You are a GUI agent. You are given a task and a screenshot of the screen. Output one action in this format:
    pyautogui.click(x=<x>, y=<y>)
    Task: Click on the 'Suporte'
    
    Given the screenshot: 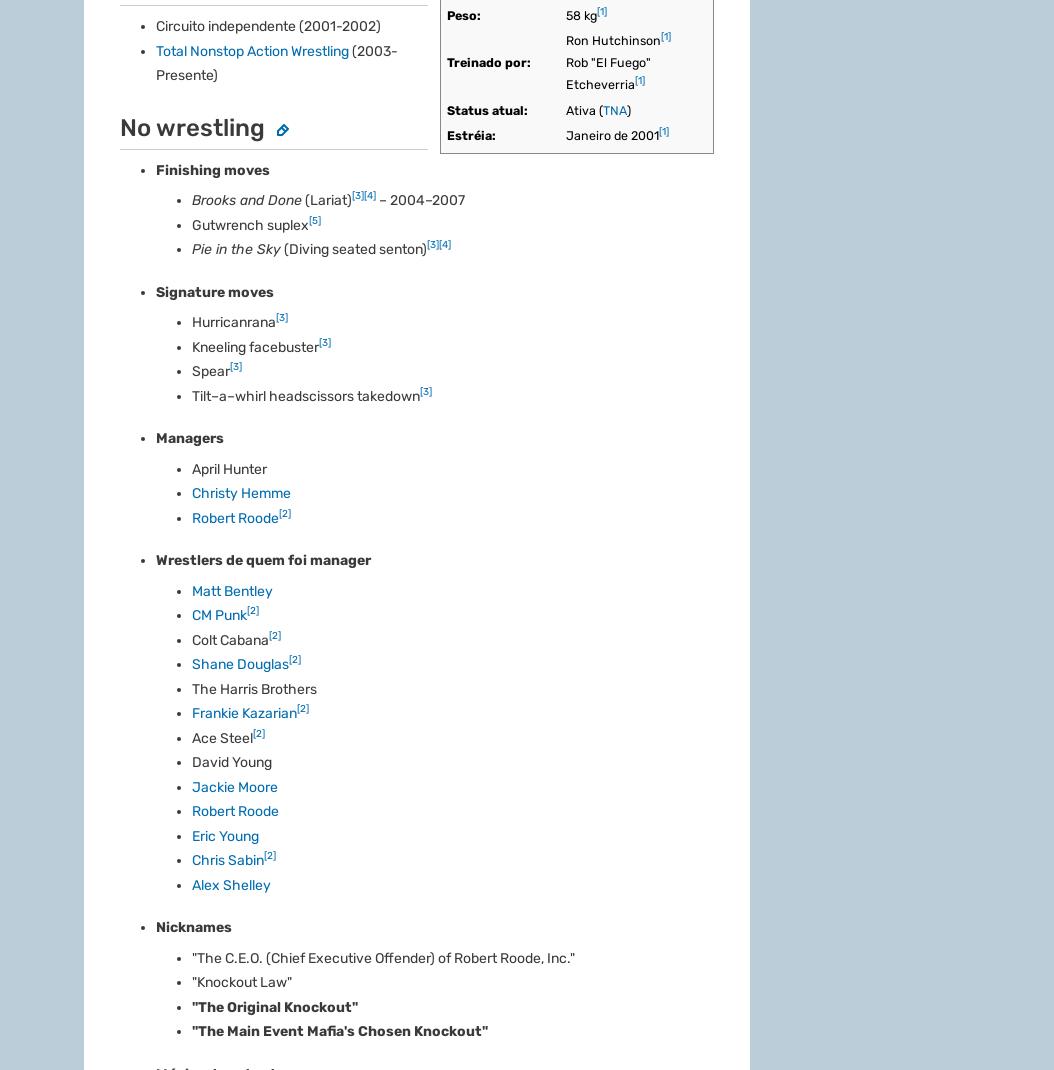 What is the action you would take?
    pyautogui.click(x=83, y=697)
    